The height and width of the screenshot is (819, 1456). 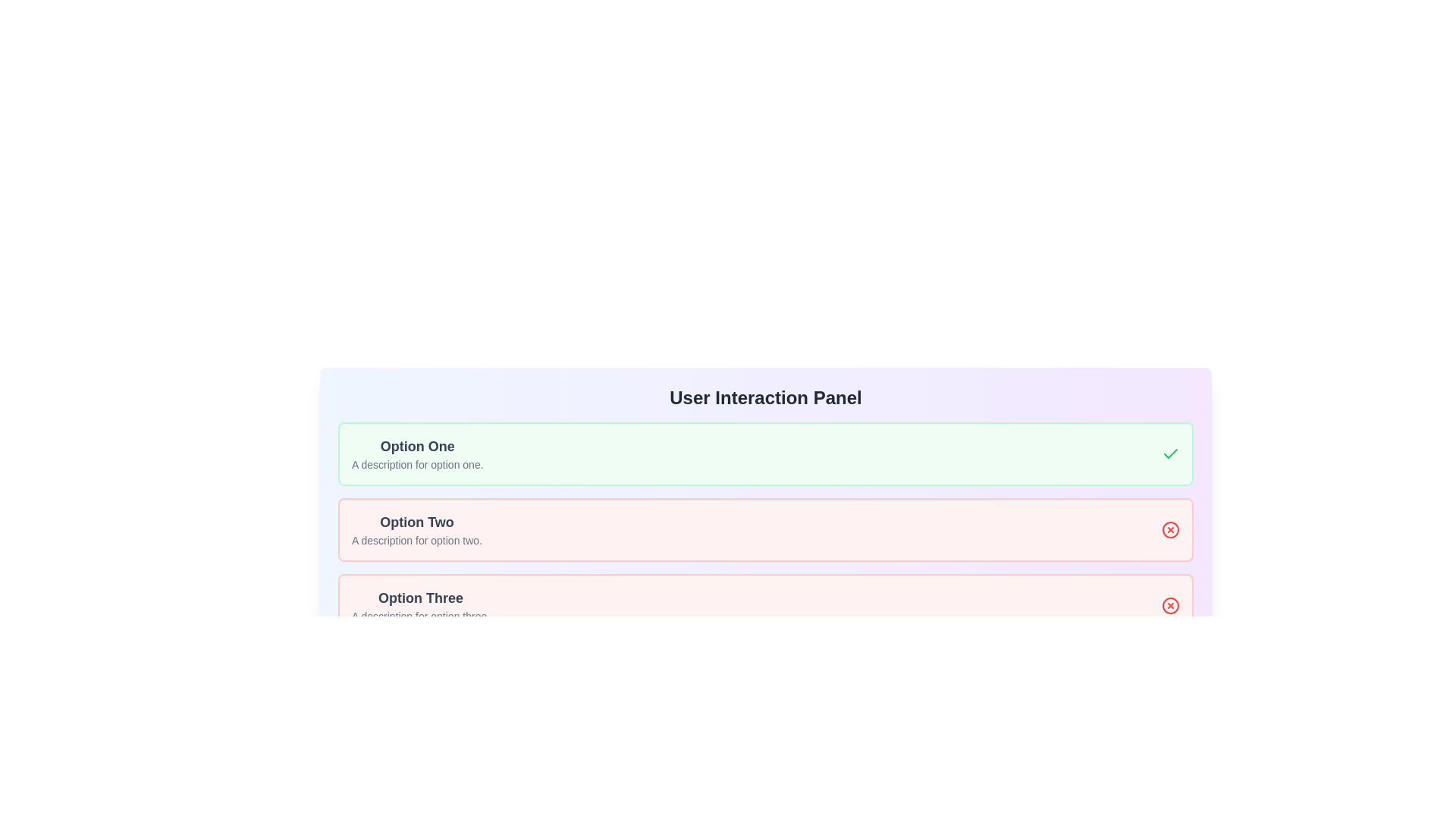 What do you see at coordinates (417, 522) in the screenshot?
I see `the text label displaying 'Option Two' which is bold and dark gray` at bounding box center [417, 522].